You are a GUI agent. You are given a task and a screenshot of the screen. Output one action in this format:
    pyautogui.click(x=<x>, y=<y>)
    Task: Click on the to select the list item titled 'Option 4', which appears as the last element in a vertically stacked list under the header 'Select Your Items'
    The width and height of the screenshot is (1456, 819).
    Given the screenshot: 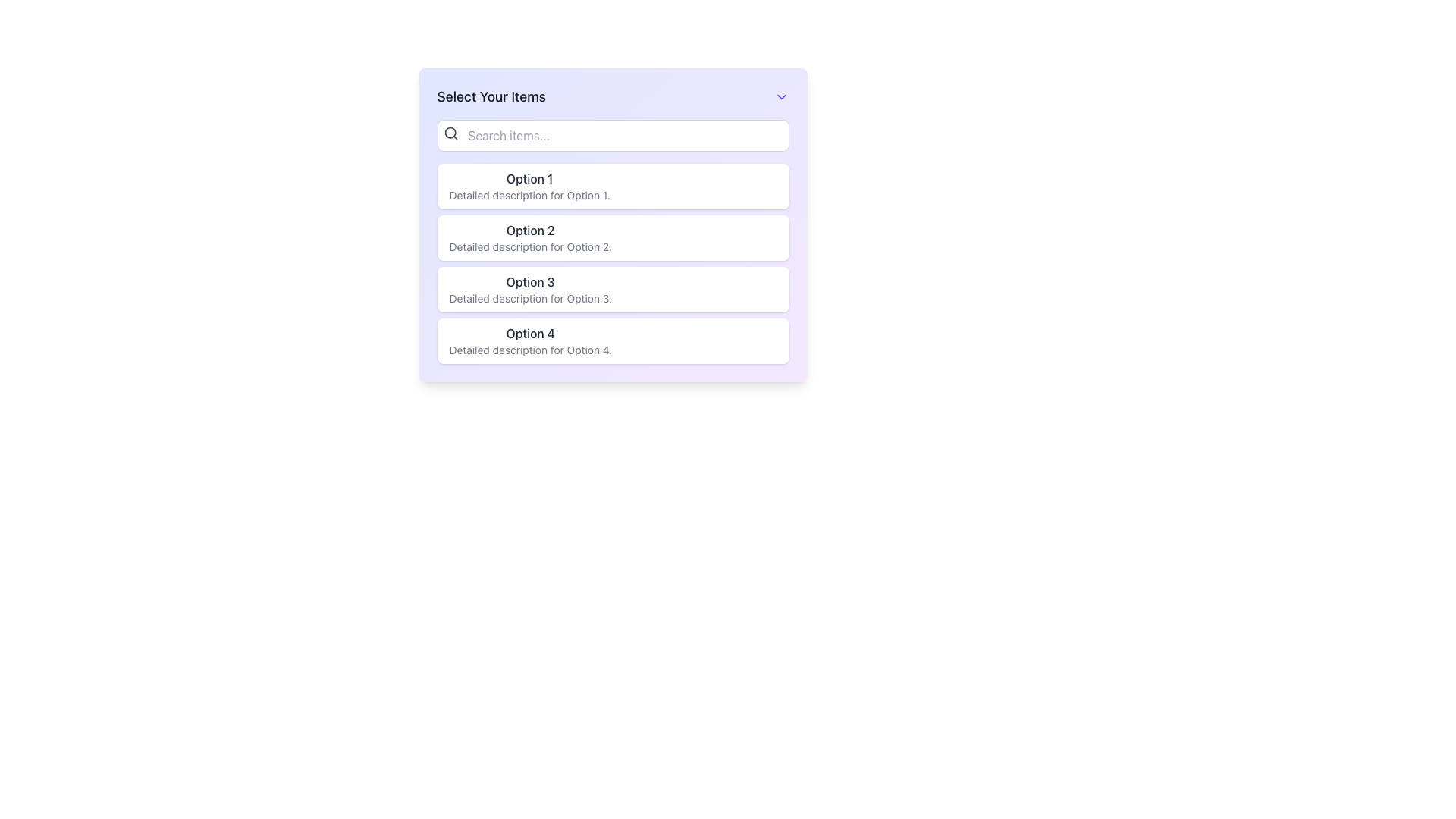 What is the action you would take?
    pyautogui.click(x=530, y=341)
    